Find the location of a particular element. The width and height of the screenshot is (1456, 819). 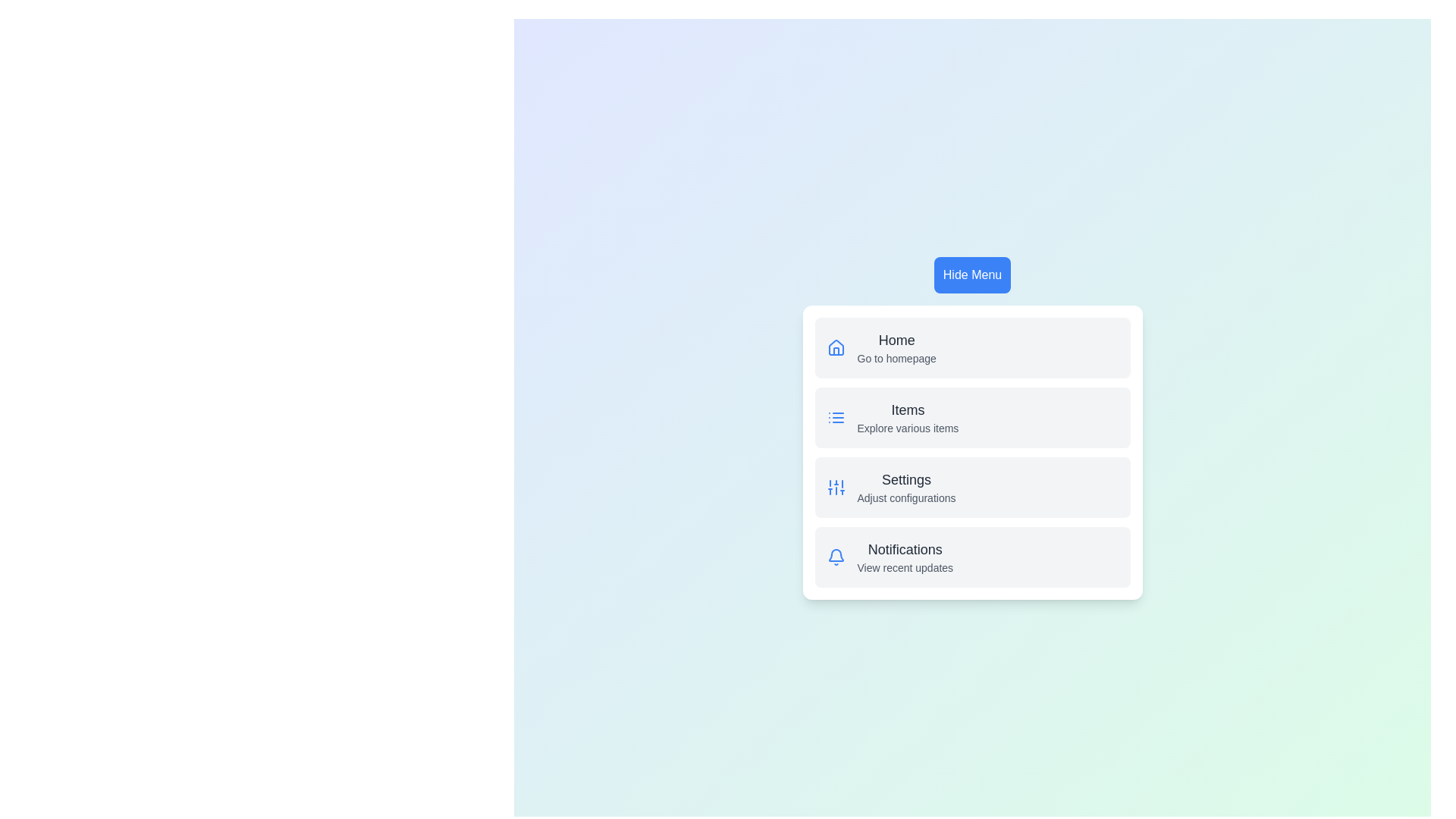

the menu item labeled Home is located at coordinates (896, 339).